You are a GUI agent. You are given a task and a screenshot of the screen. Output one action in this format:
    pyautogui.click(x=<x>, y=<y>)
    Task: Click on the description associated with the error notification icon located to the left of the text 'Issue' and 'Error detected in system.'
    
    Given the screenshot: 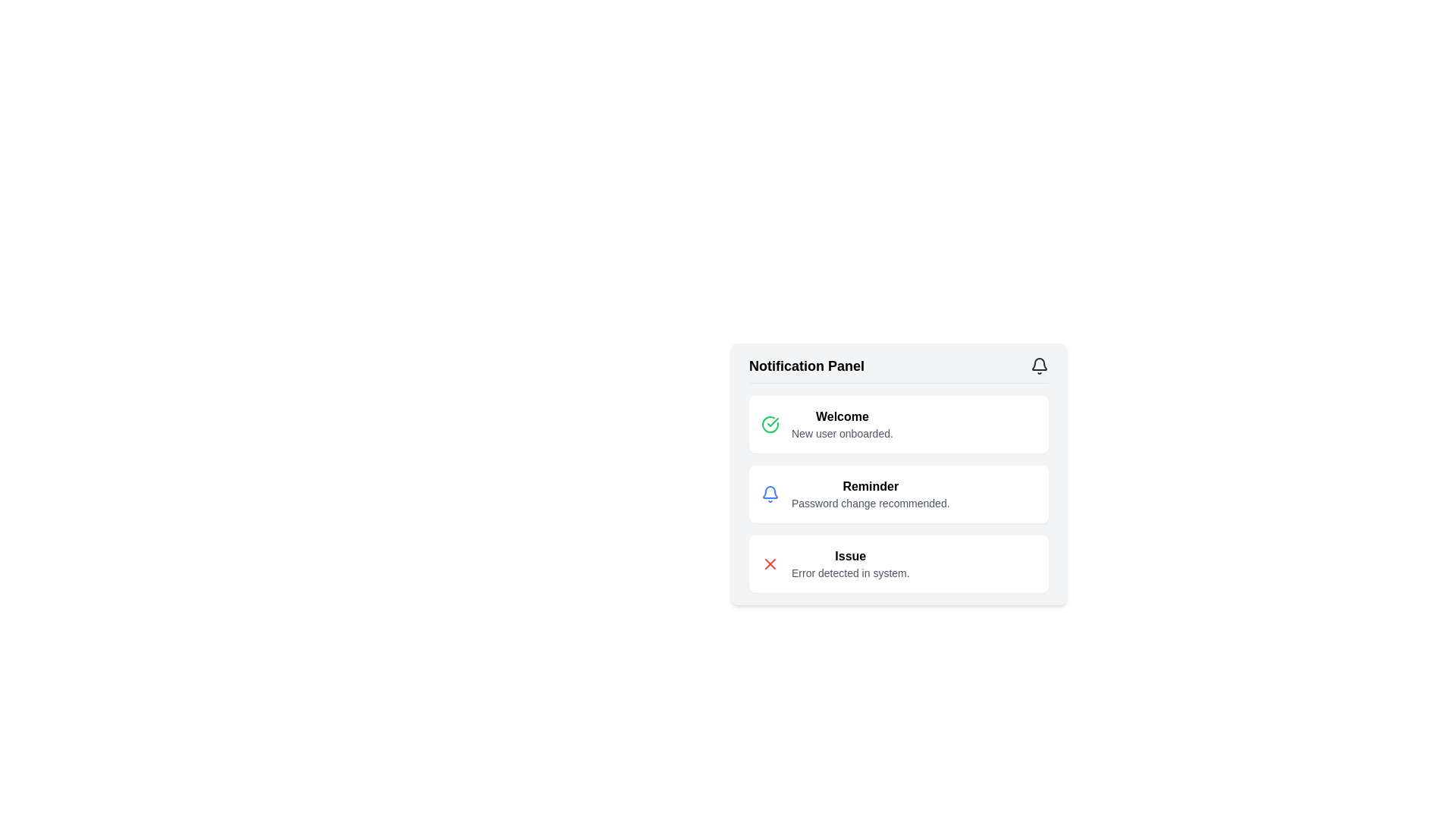 What is the action you would take?
    pyautogui.click(x=770, y=564)
    